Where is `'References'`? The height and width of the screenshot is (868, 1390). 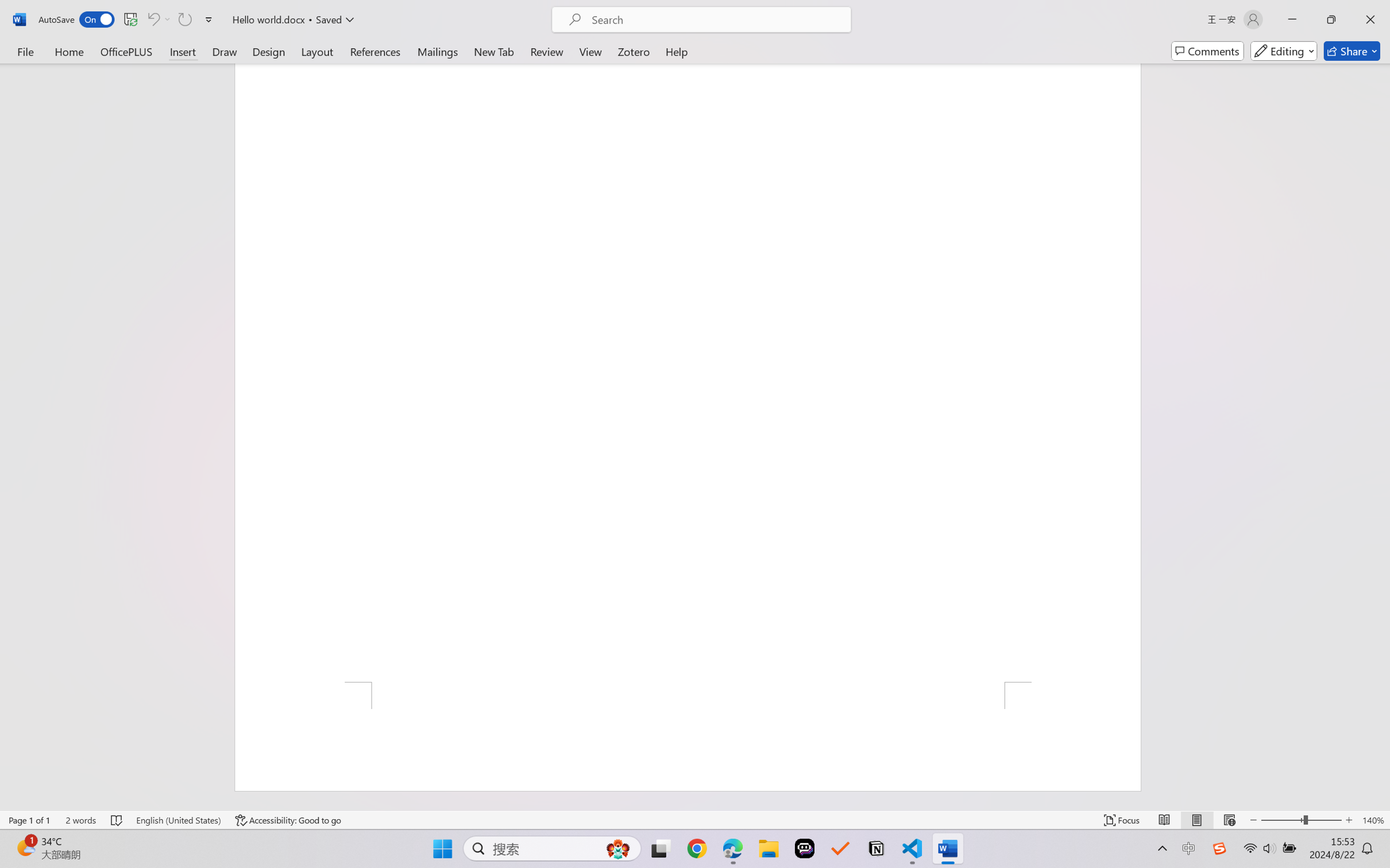 'References' is located at coordinates (375, 51).